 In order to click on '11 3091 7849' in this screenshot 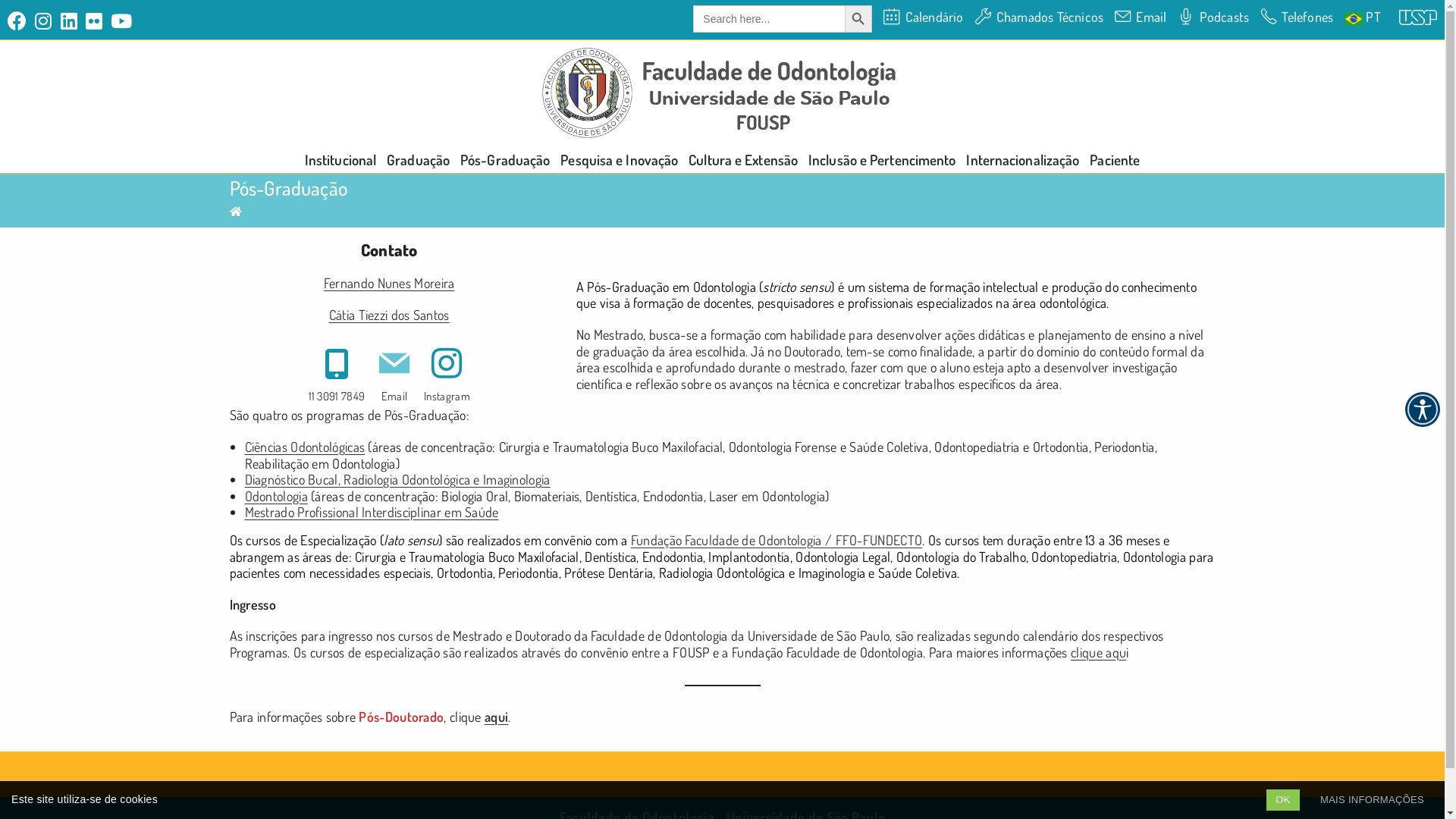, I will do `click(336, 372)`.